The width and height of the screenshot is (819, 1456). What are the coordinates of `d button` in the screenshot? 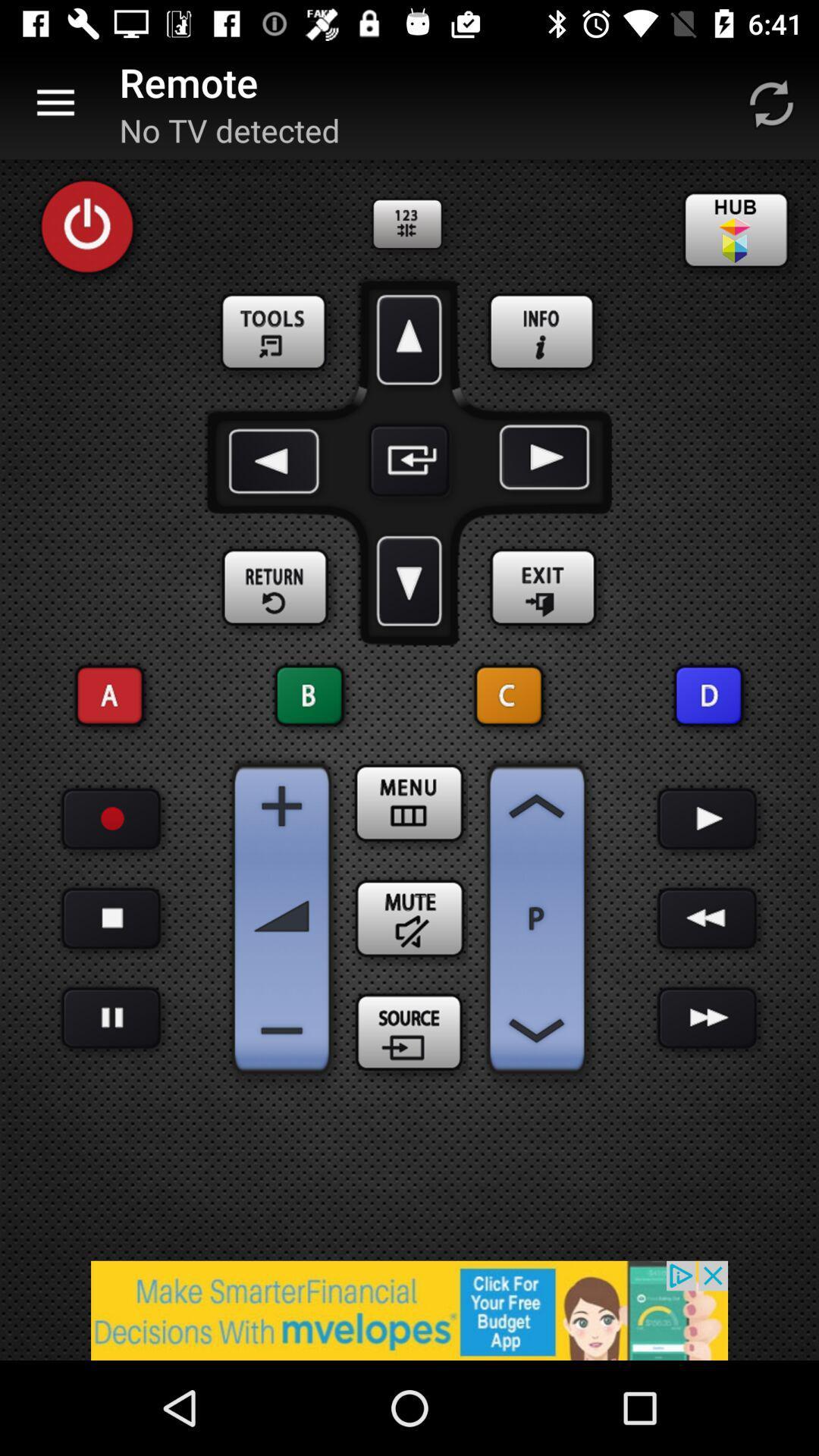 It's located at (708, 695).